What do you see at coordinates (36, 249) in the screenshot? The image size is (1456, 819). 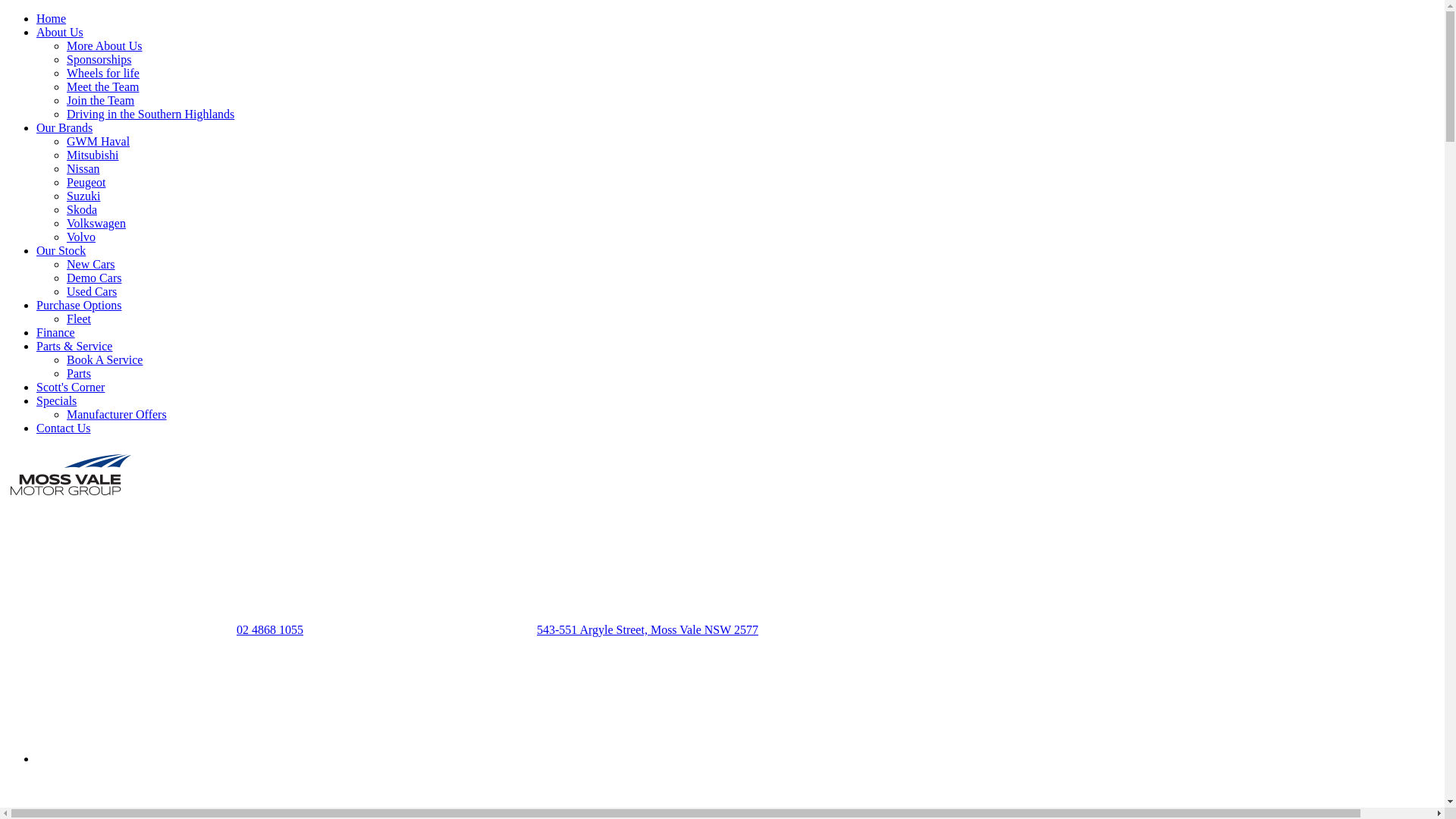 I see `'Our Stock'` at bounding box center [36, 249].